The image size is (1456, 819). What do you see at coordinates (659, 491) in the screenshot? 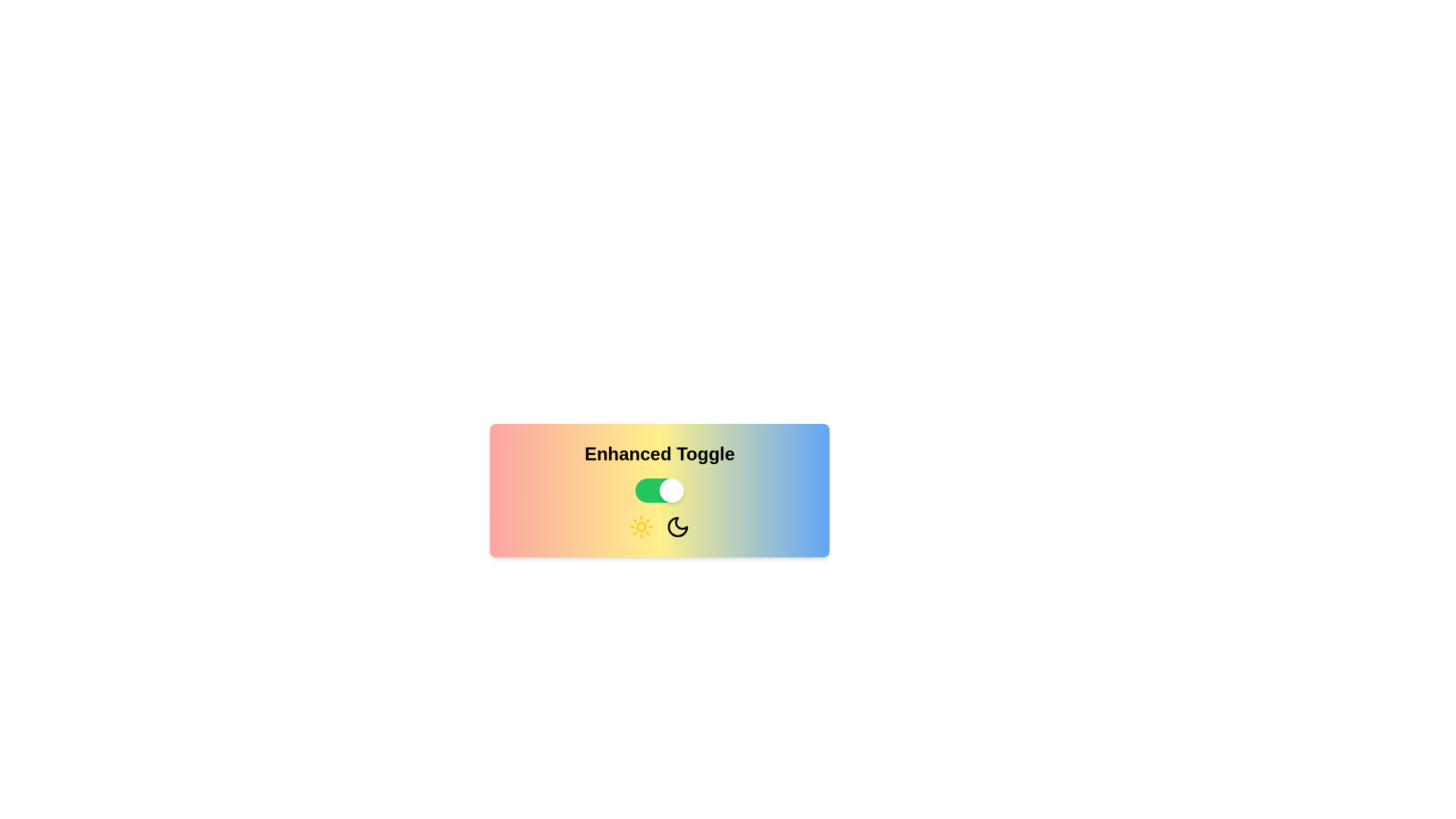
I see `the toggle switch to change its state` at bounding box center [659, 491].